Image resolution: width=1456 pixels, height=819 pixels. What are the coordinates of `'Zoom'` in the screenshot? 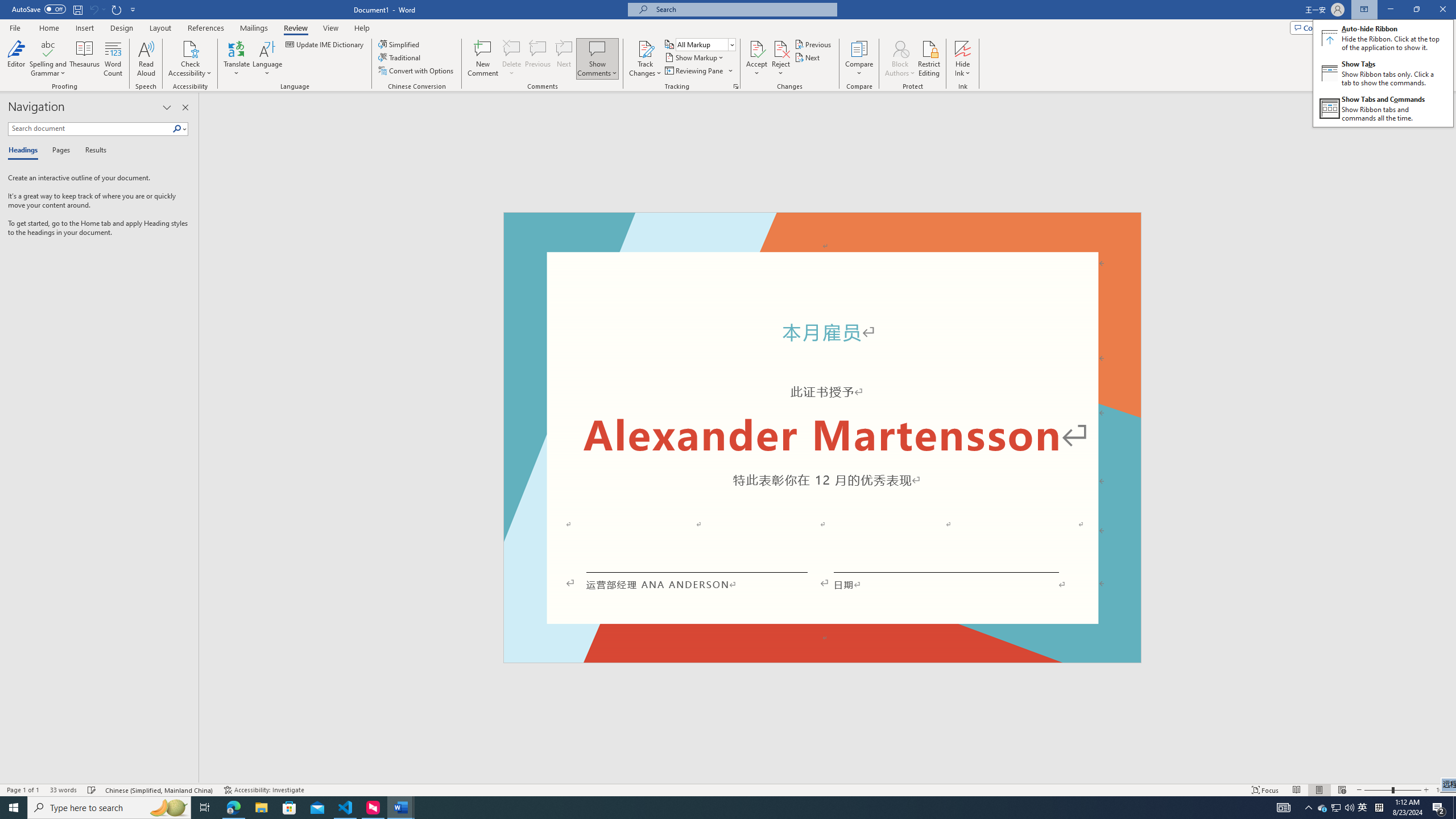 It's located at (1392, 790).